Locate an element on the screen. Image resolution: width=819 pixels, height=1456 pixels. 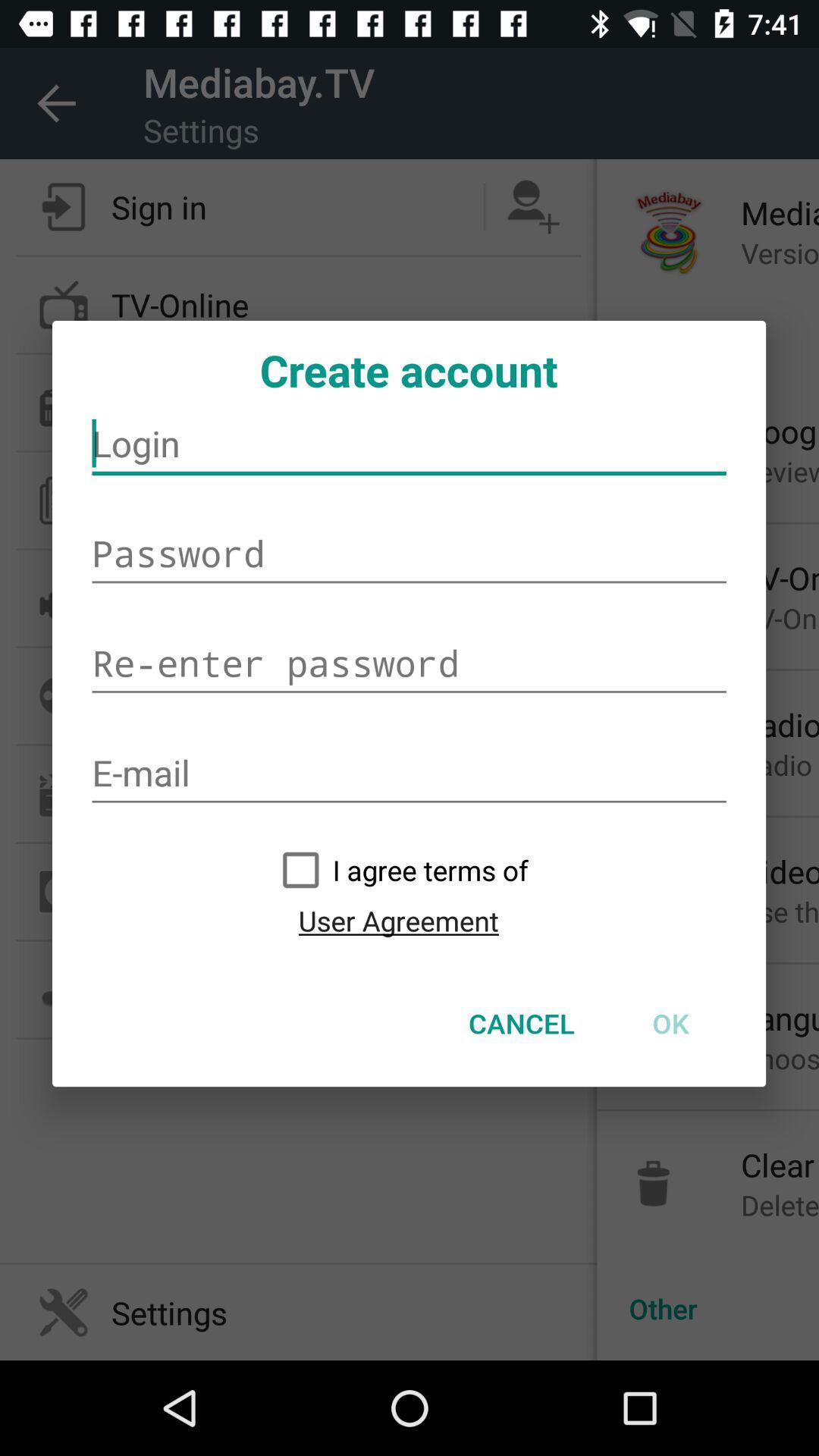
the icon above user agreement is located at coordinates (397, 870).